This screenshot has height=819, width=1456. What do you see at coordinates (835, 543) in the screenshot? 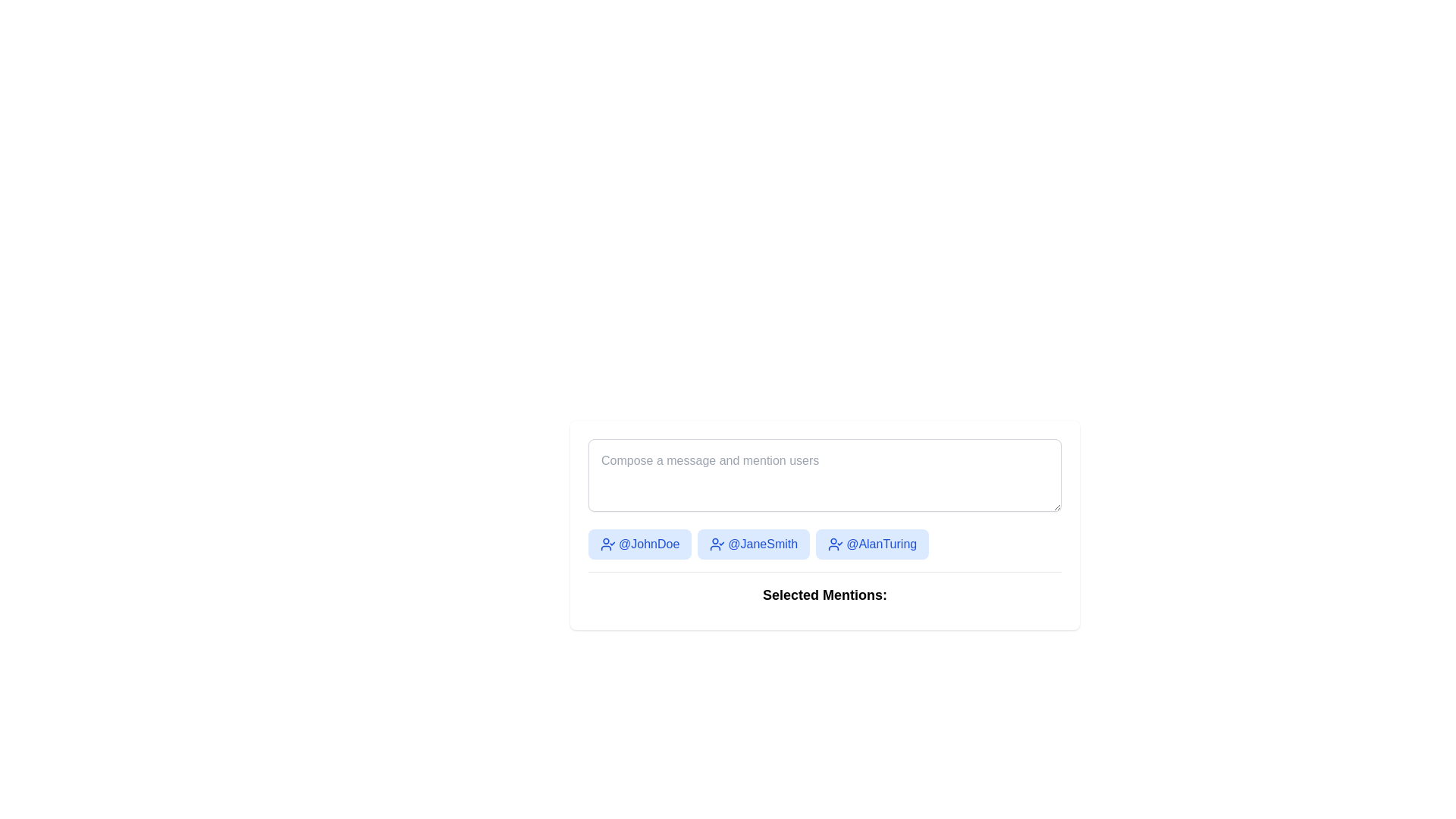
I see `the visual indicator icon for the selected user '@AlanTuring', located in the third rectangular button of the bottom row of selectable items` at bounding box center [835, 543].